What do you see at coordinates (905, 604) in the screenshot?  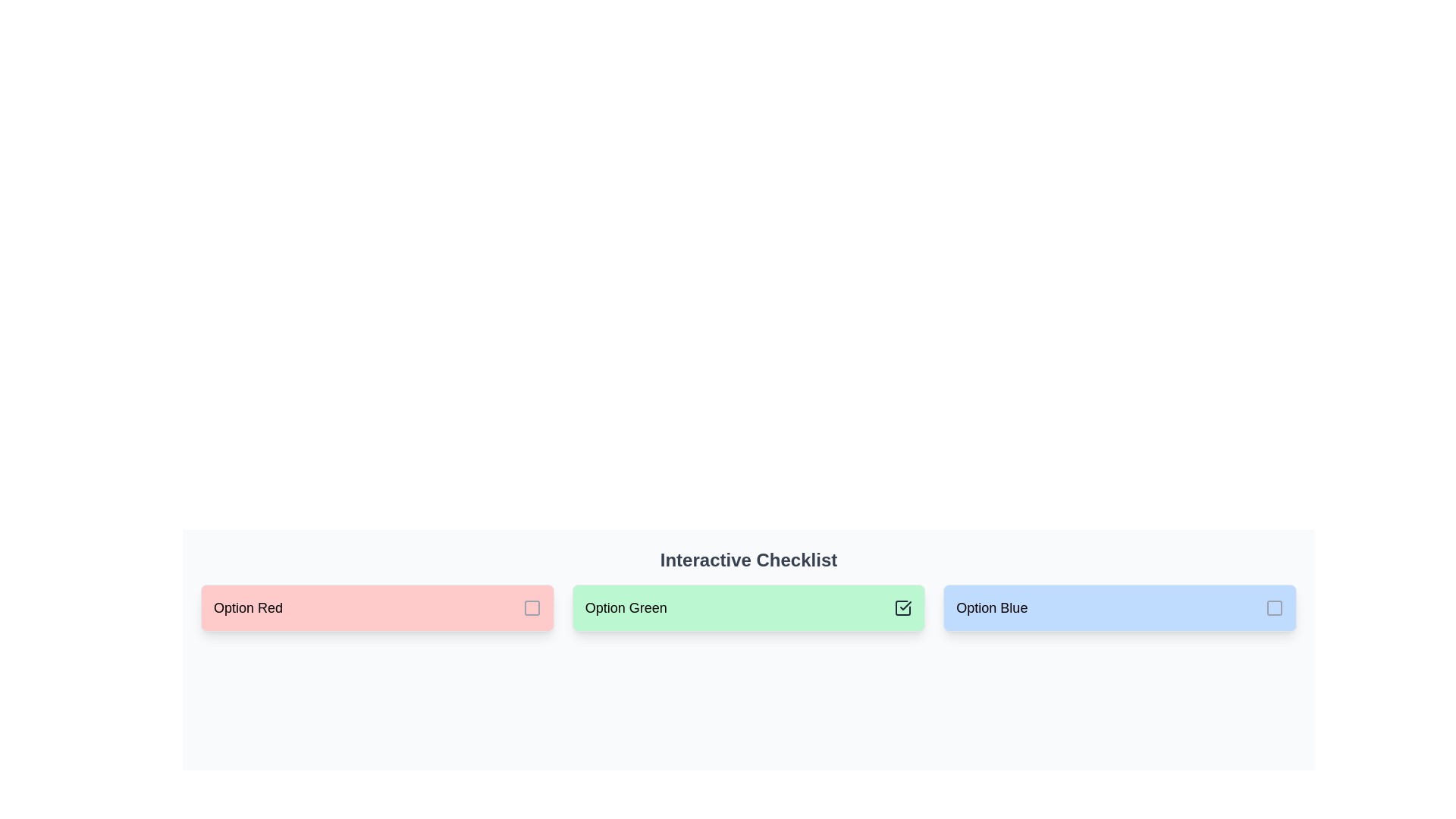 I see `the checkmark icon located within the green rectangular area labeled 'Option Green' to interact with it` at bounding box center [905, 604].